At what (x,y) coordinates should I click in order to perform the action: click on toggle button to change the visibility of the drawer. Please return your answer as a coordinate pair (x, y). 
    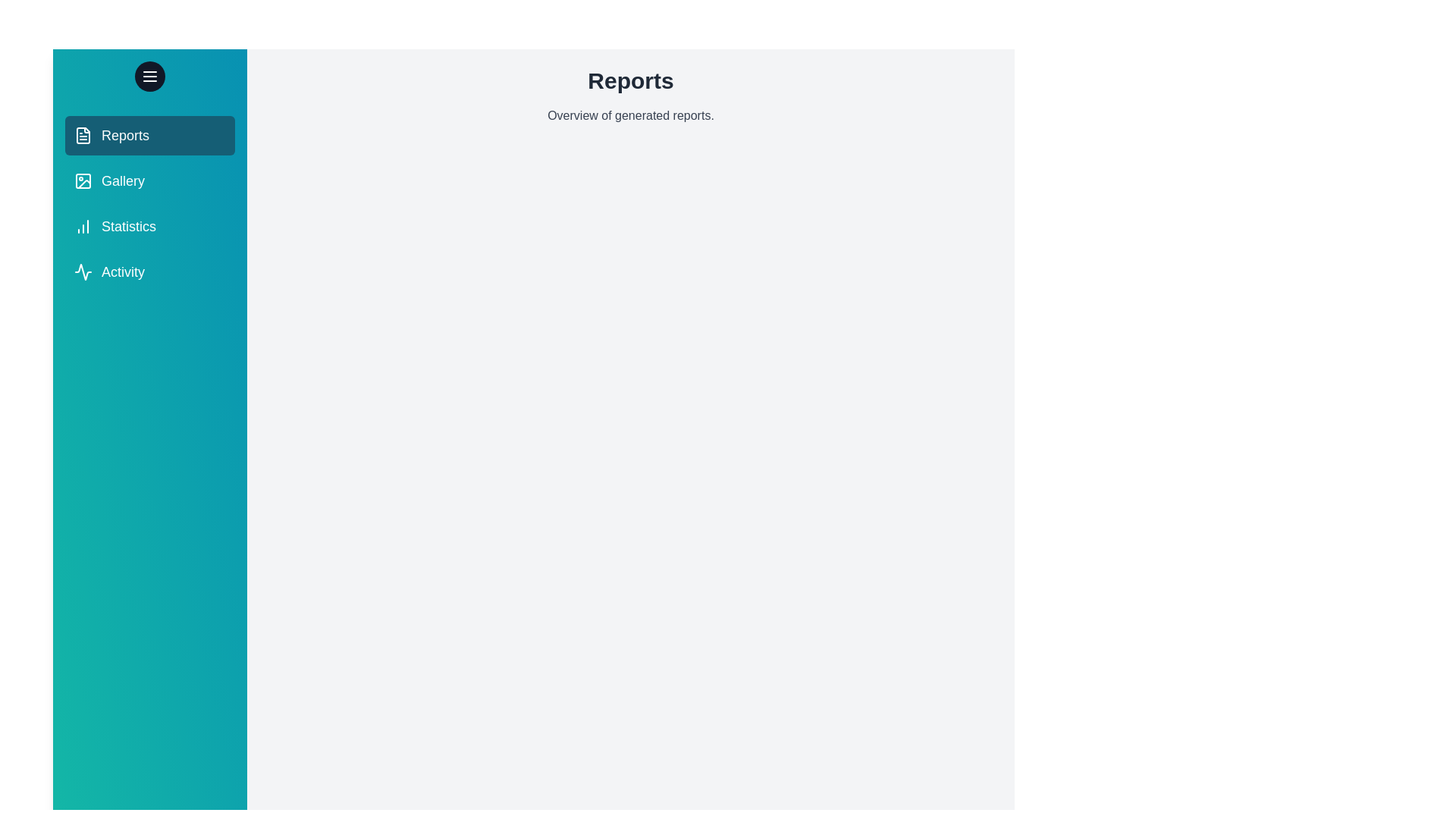
    Looking at the image, I should click on (149, 76).